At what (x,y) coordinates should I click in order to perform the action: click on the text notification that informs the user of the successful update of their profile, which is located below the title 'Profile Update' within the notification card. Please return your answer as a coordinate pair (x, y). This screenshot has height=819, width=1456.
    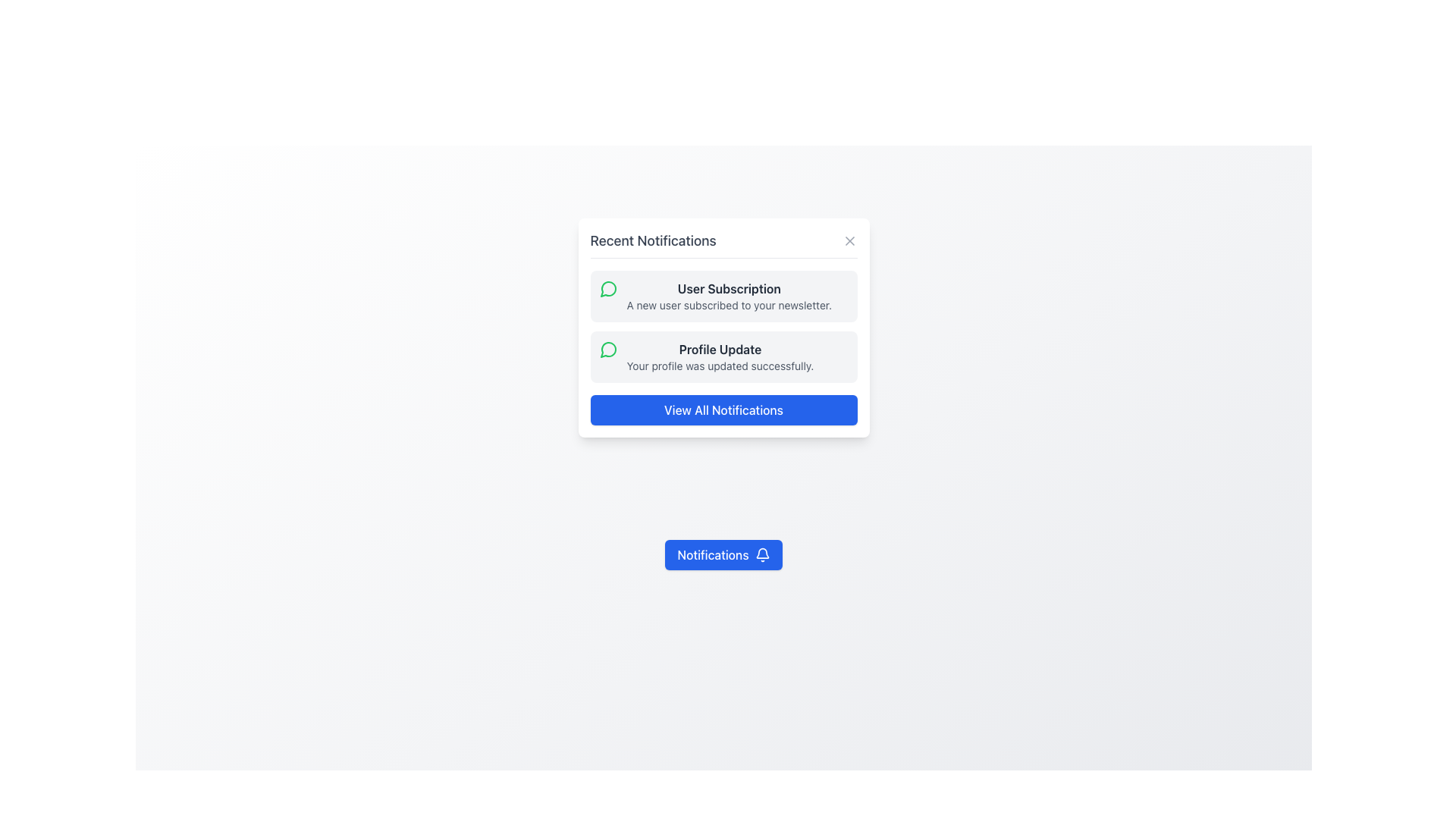
    Looking at the image, I should click on (720, 366).